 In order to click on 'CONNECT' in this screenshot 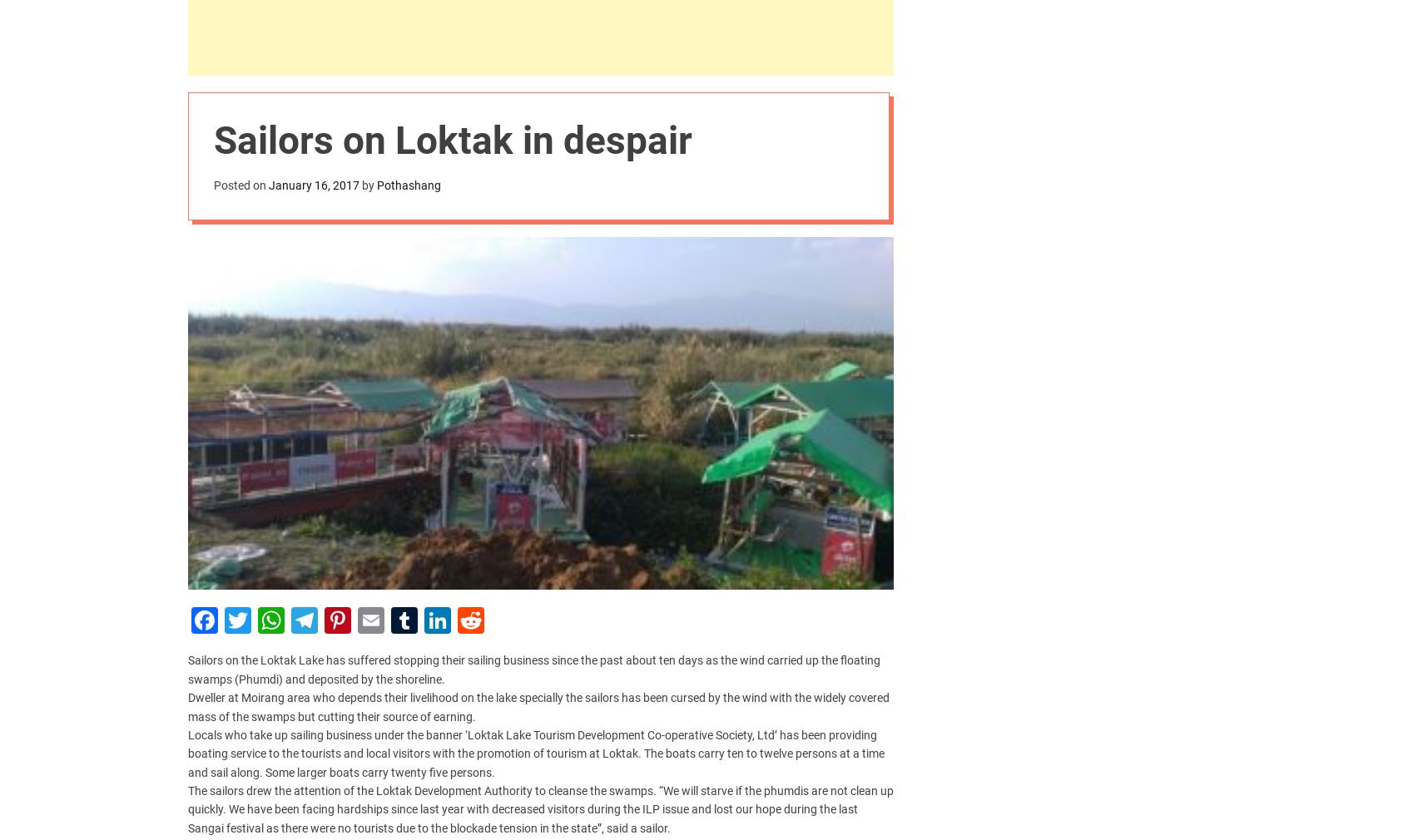, I will do `click(215, 665)`.